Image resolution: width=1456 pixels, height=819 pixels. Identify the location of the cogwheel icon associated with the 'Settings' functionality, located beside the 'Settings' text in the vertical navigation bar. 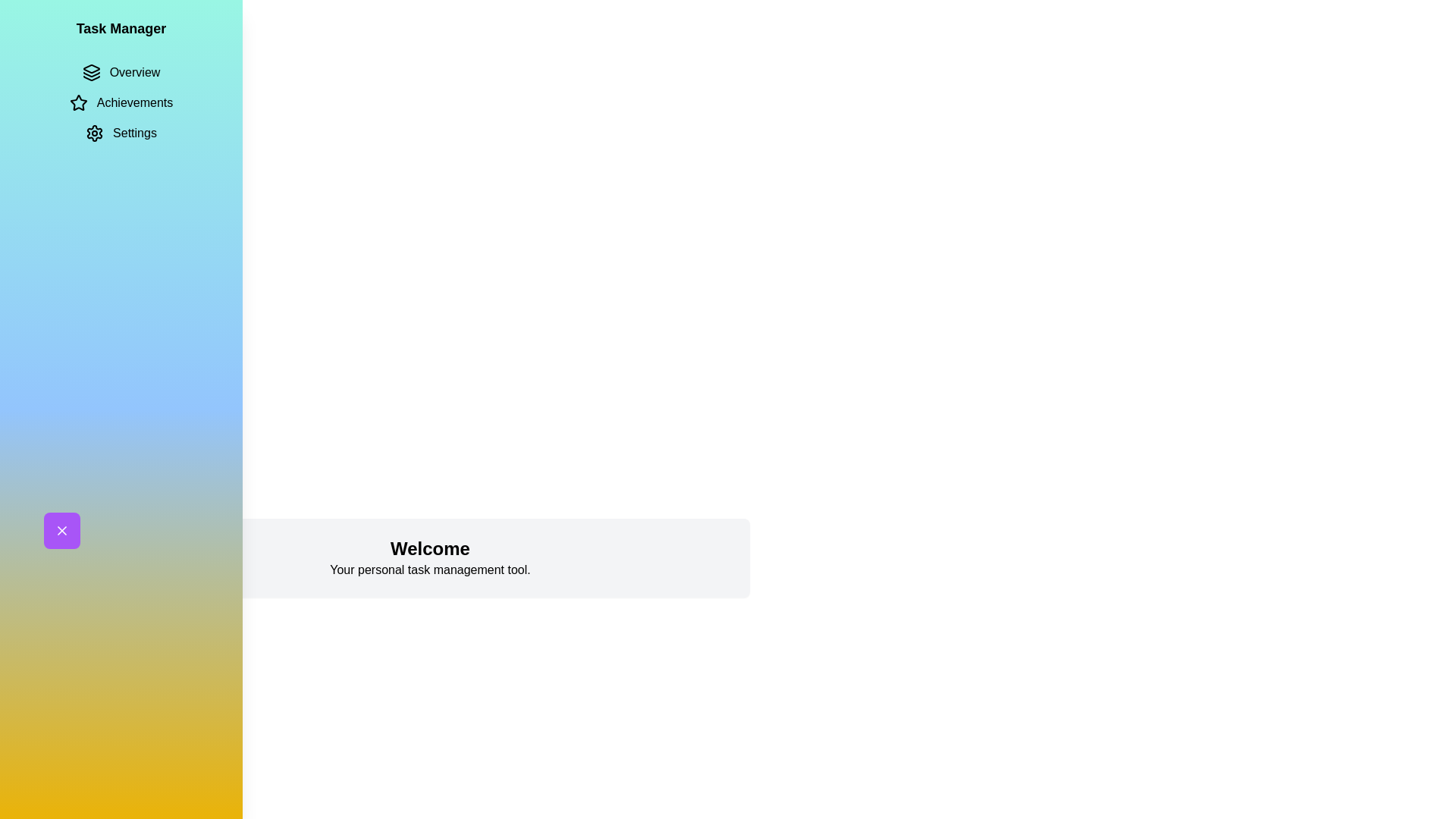
(94, 133).